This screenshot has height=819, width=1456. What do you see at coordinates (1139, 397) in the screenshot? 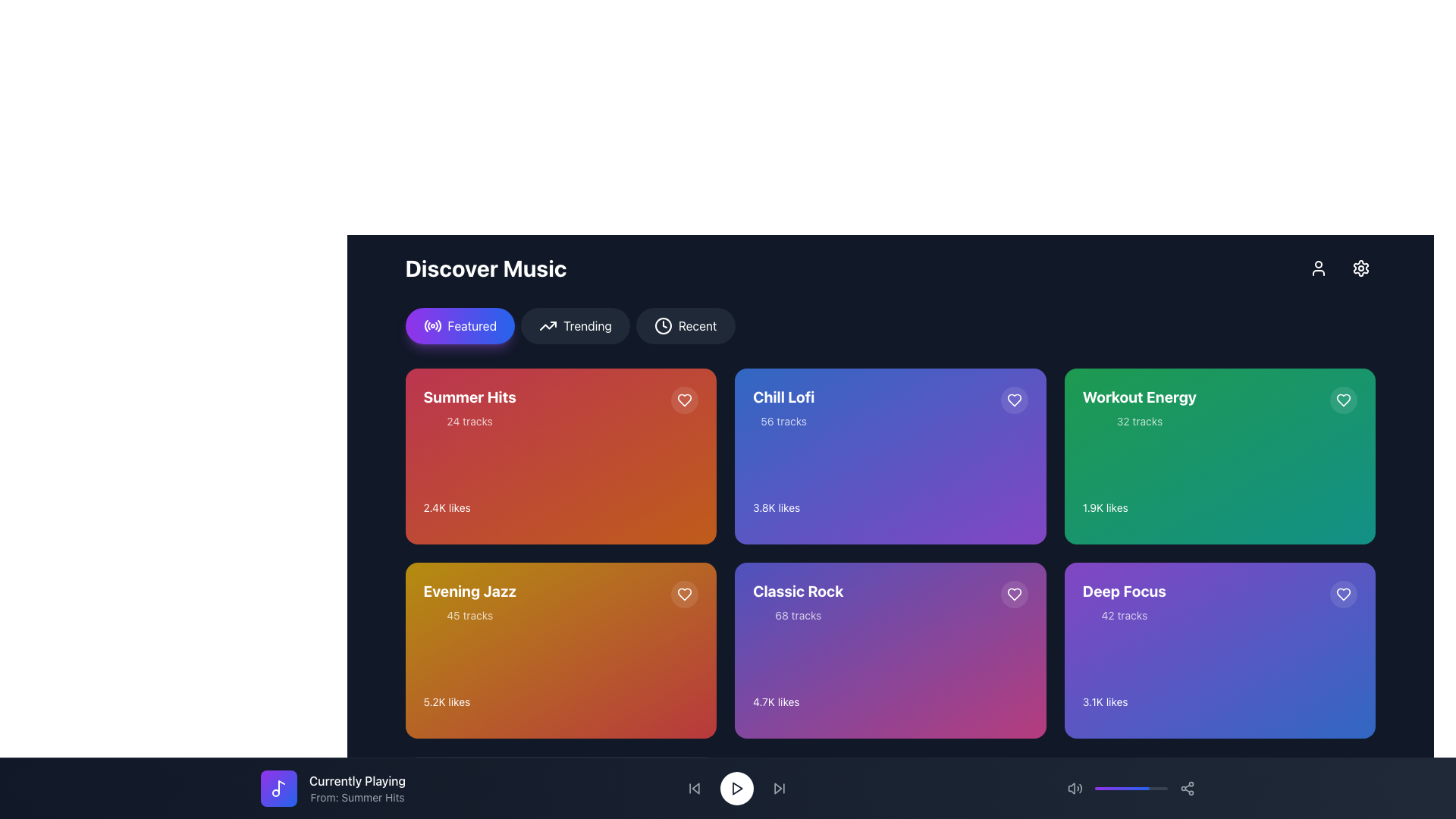
I see `text displayed in the 'Workout Energy' label, which is located in the top-right card of the grid and is styled with a green background` at bounding box center [1139, 397].